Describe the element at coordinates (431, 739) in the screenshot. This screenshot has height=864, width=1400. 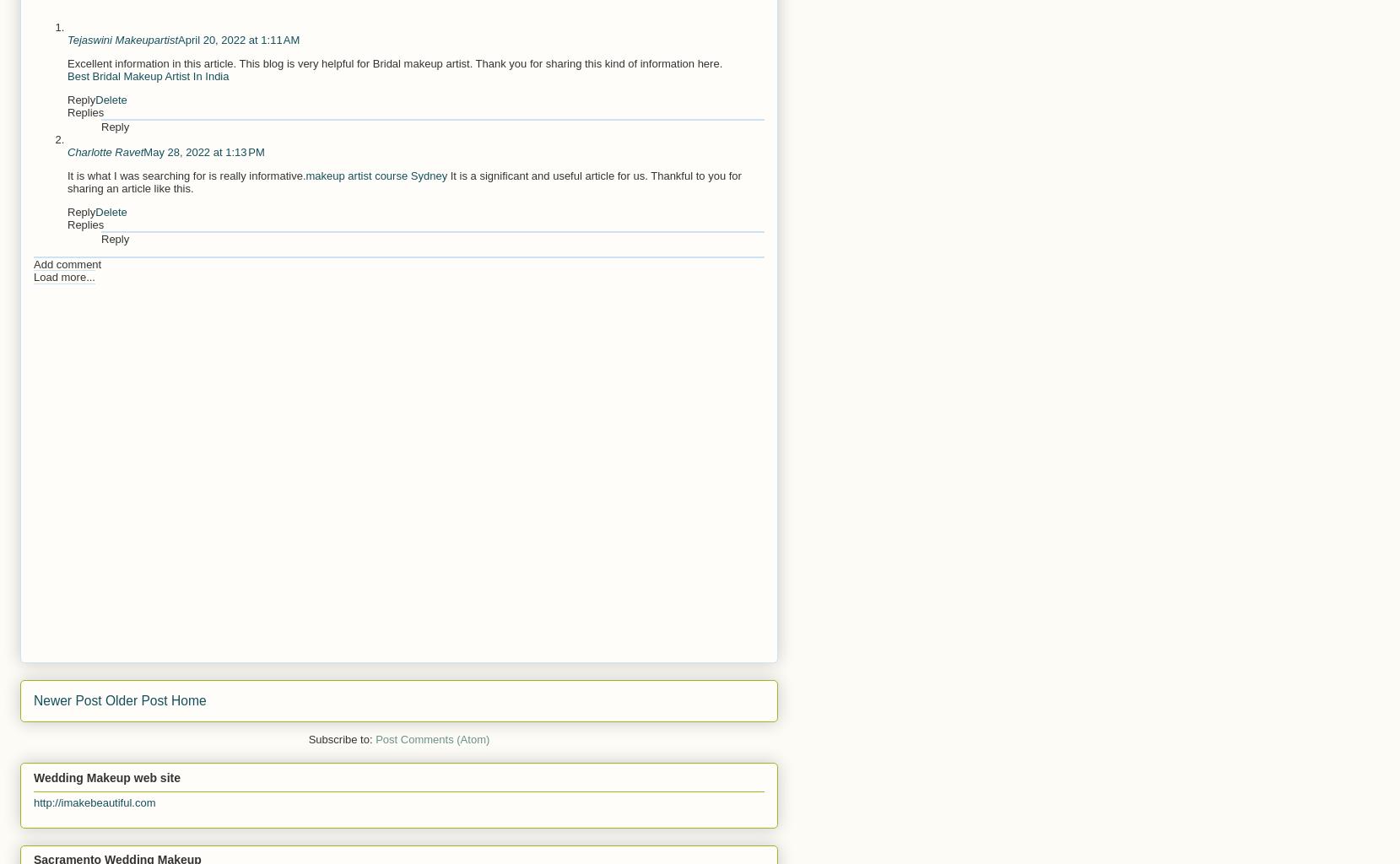
I see `'Post Comments (Atom)'` at that location.